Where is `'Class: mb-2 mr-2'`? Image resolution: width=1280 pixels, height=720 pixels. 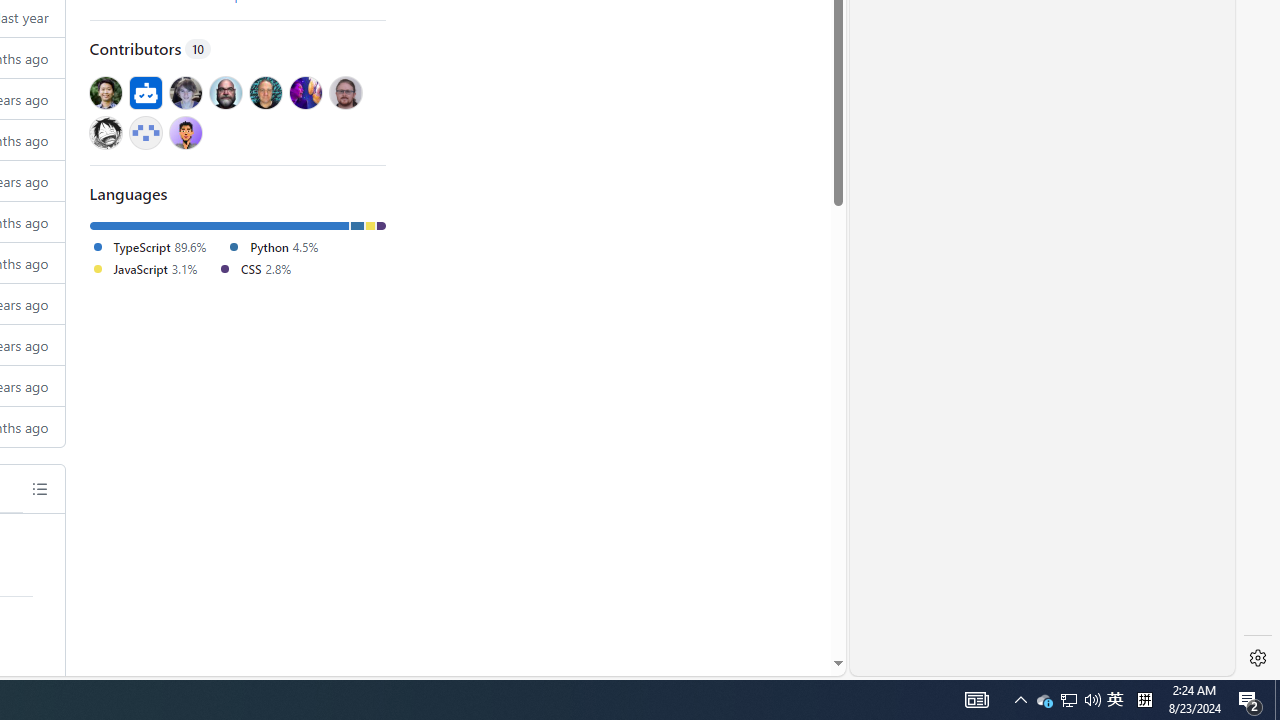 'Class: mb-2 mr-2' is located at coordinates (185, 132).